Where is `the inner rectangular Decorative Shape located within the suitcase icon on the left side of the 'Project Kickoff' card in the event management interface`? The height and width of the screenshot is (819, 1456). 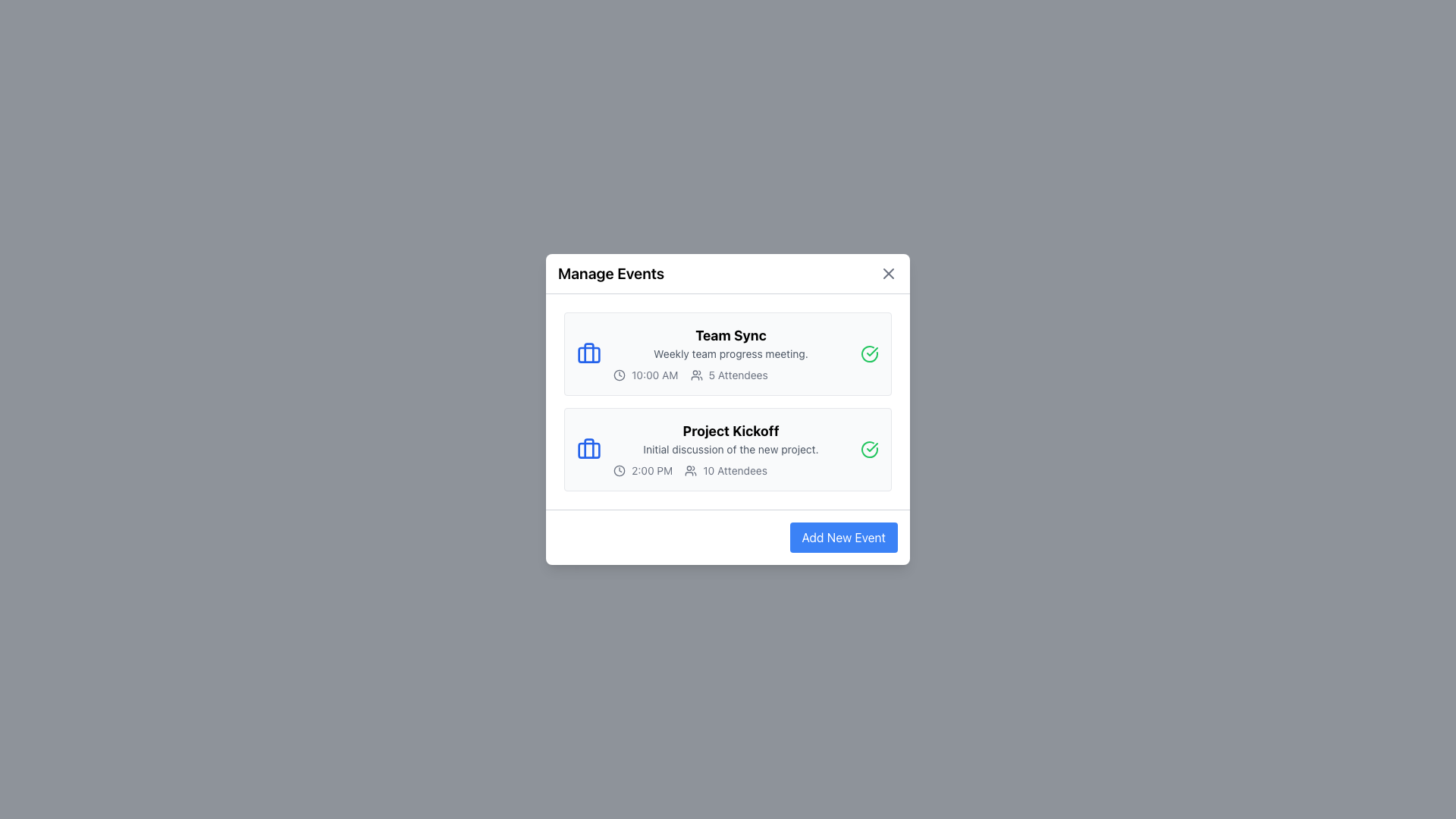 the inner rectangular Decorative Shape located within the suitcase icon on the left side of the 'Project Kickoff' card in the event management interface is located at coordinates (588, 450).